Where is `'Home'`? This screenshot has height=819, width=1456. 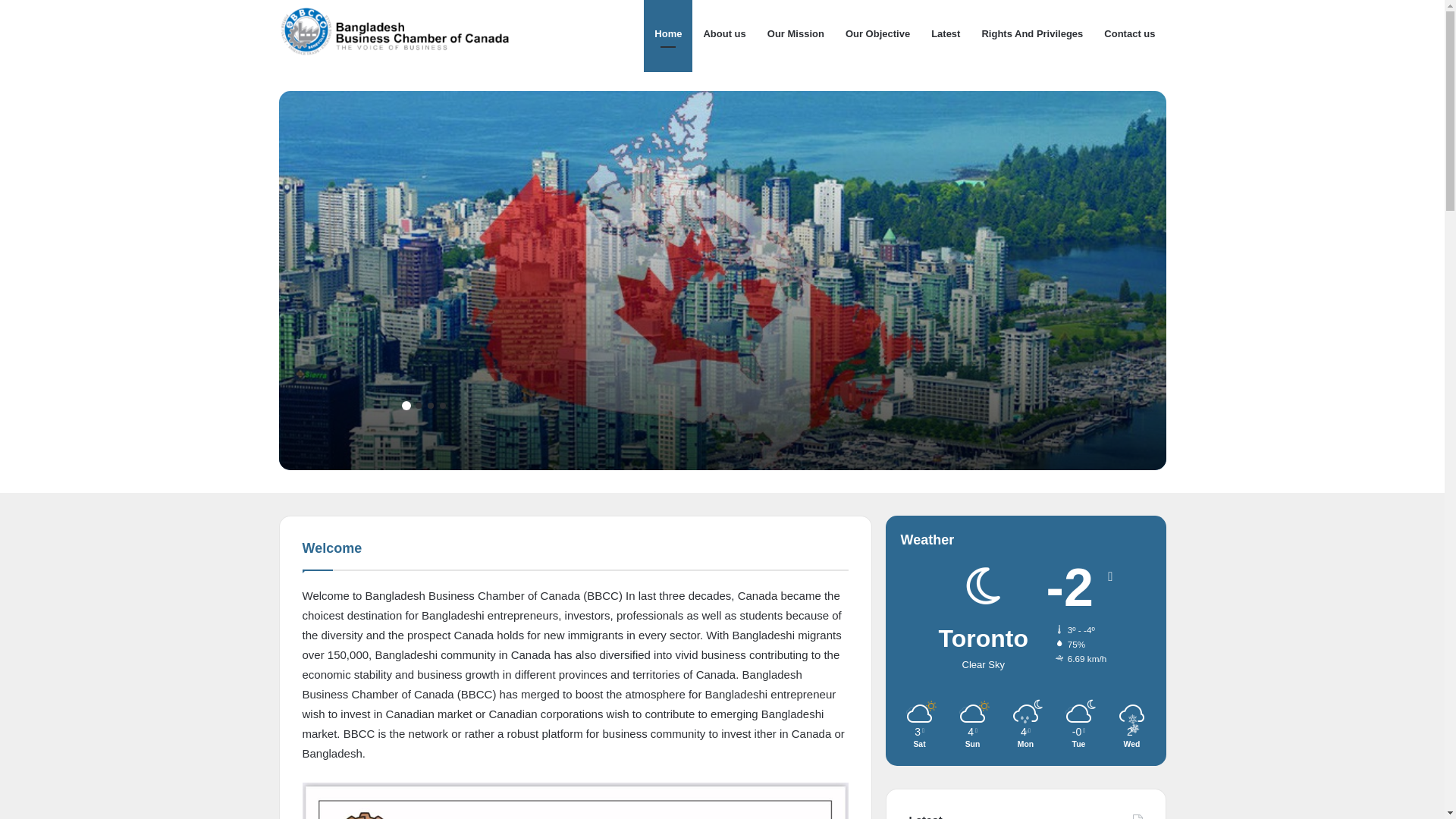
'Home' is located at coordinates (667, 34).